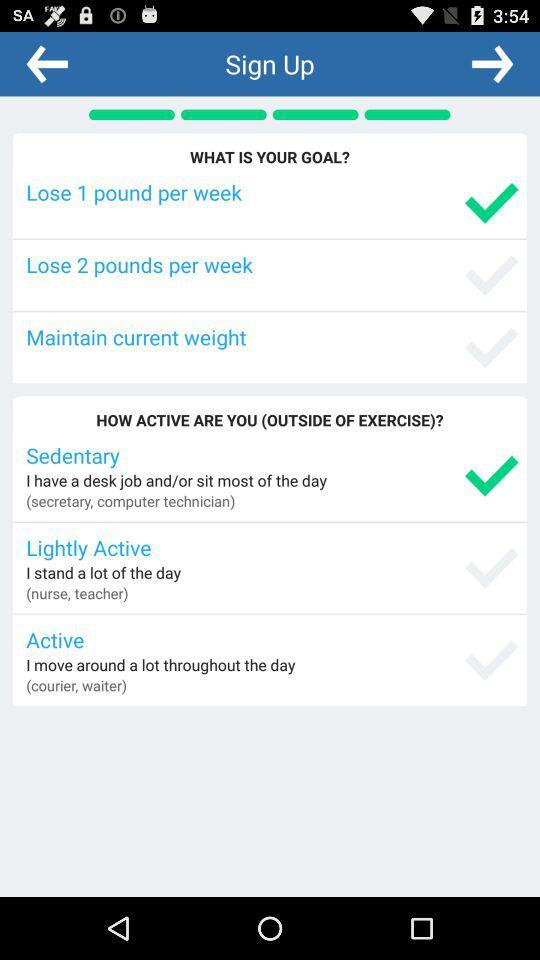  What do you see at coordinates (271, 263) in the screenshot?
I see `the lose 2 pounds icon` at bounding box center [271, 263].